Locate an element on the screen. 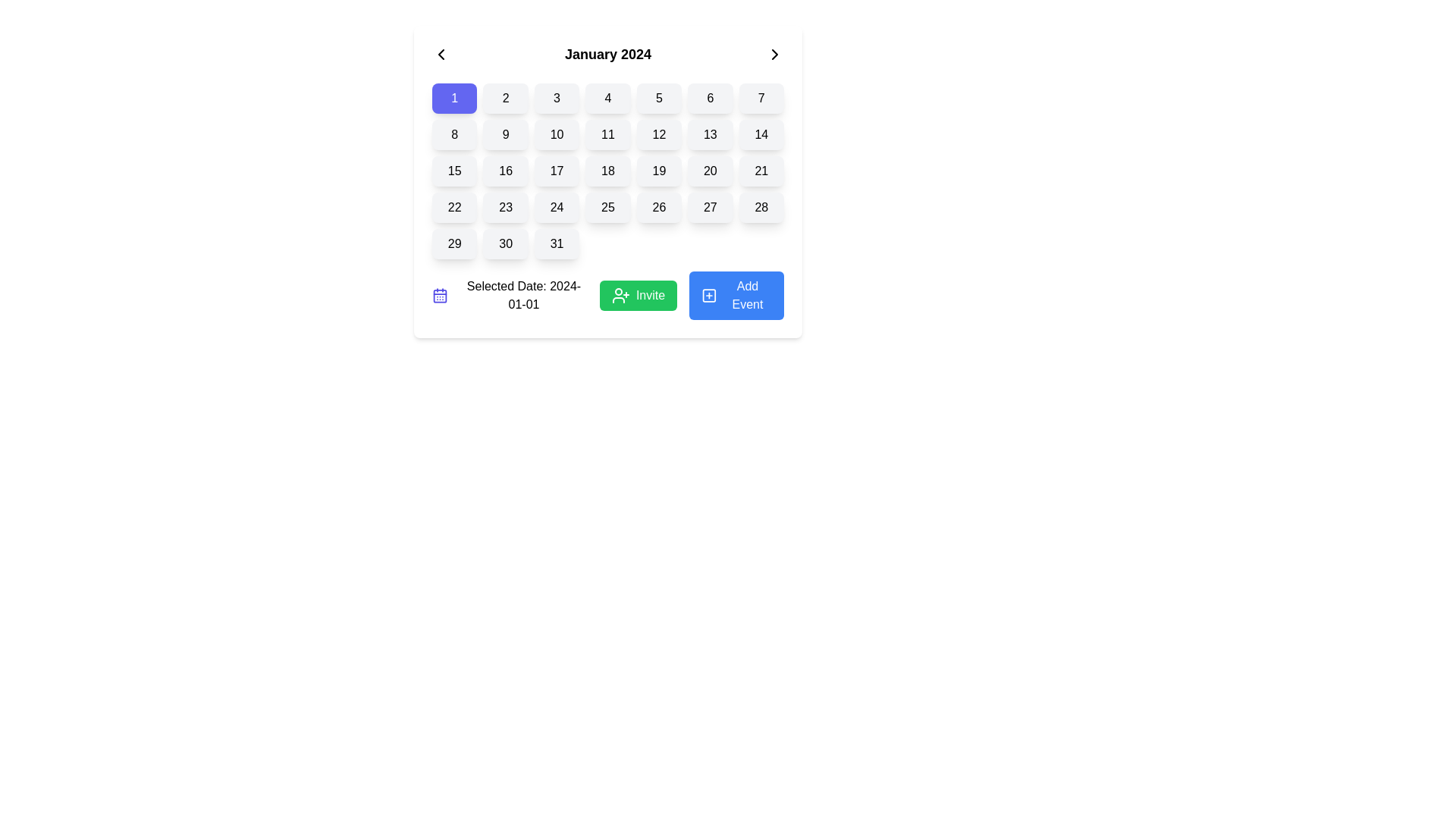  the leftmost chevron button in the header section is located at coordinates (440, 54).